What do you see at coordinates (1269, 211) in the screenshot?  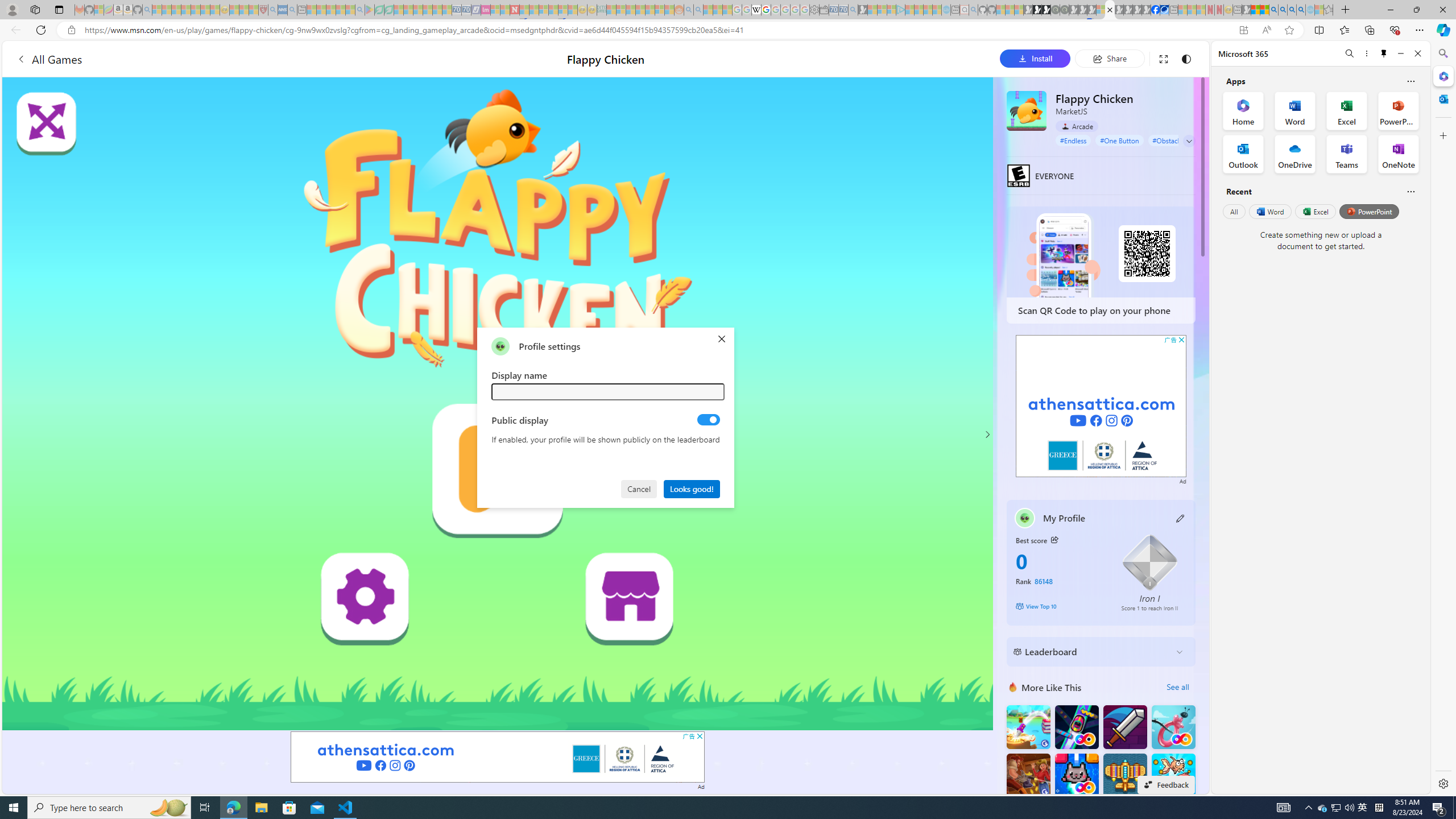 I see `'Word'` at bounding box center [1269, 211].